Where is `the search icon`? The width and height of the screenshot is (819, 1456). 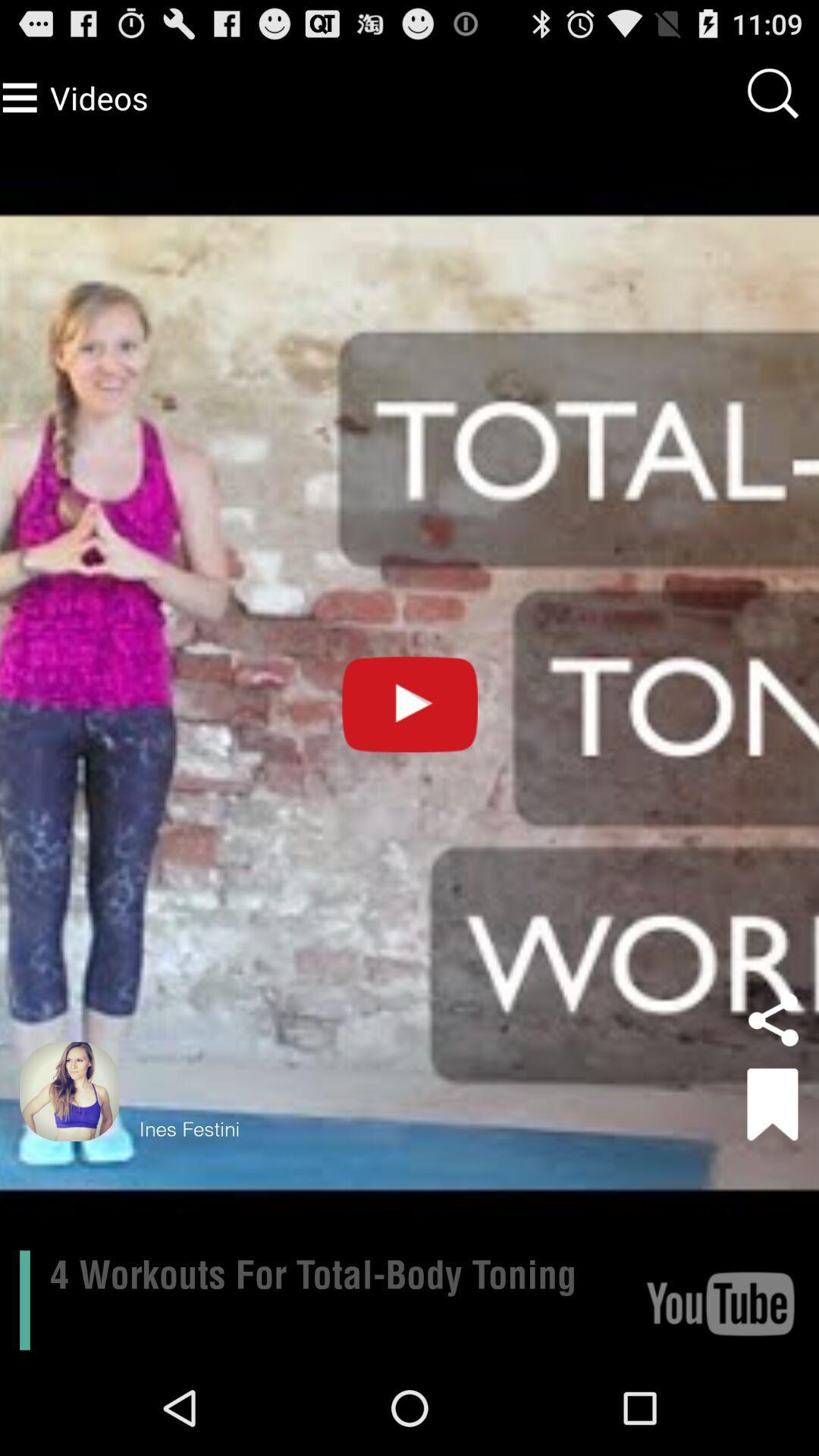 the search icon is located at coordinates (748, 114).